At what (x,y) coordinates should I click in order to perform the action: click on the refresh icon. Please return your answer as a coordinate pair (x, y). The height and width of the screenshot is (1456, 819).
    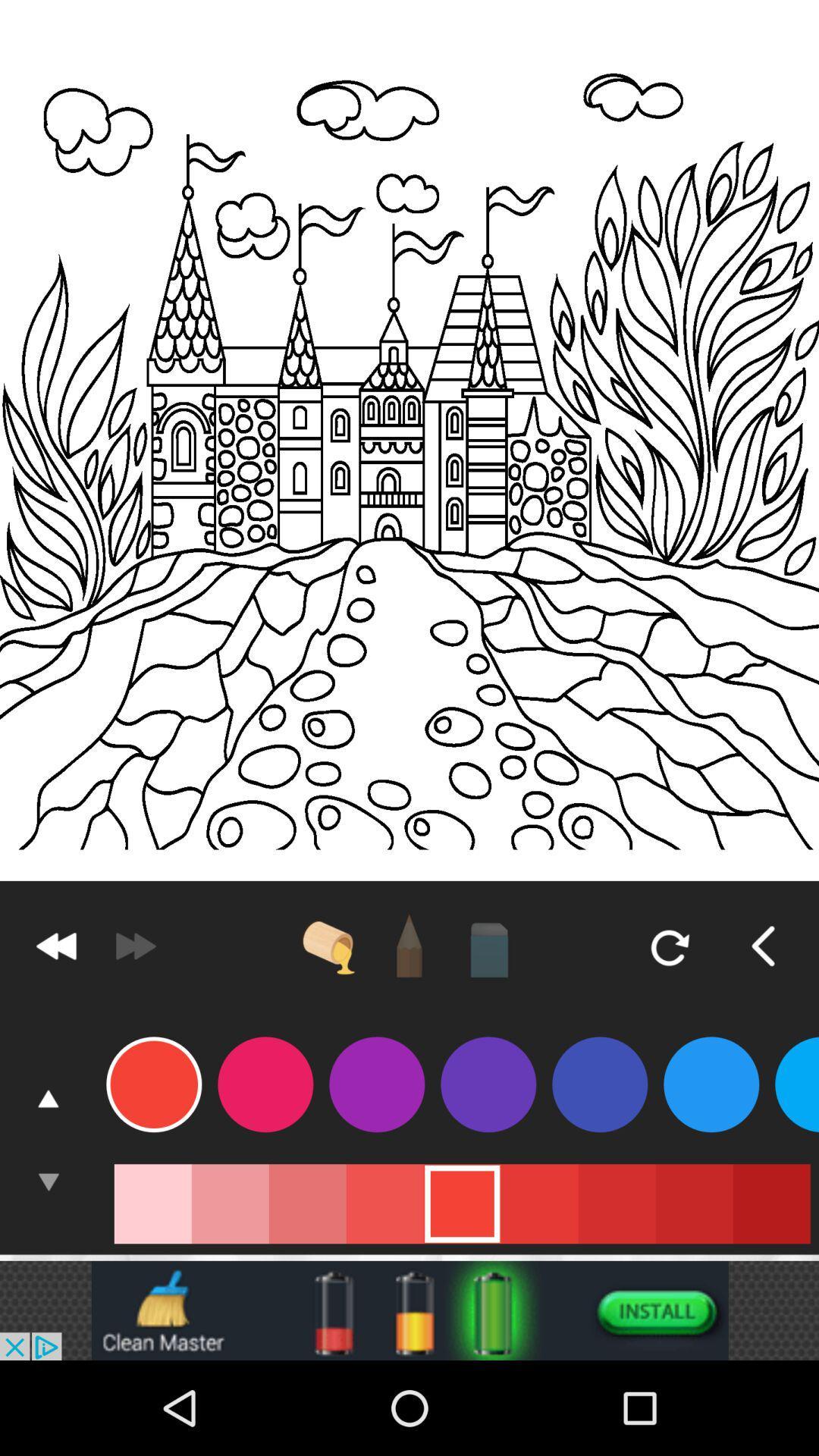
    Looking at the image, I should click on (667, 1012).